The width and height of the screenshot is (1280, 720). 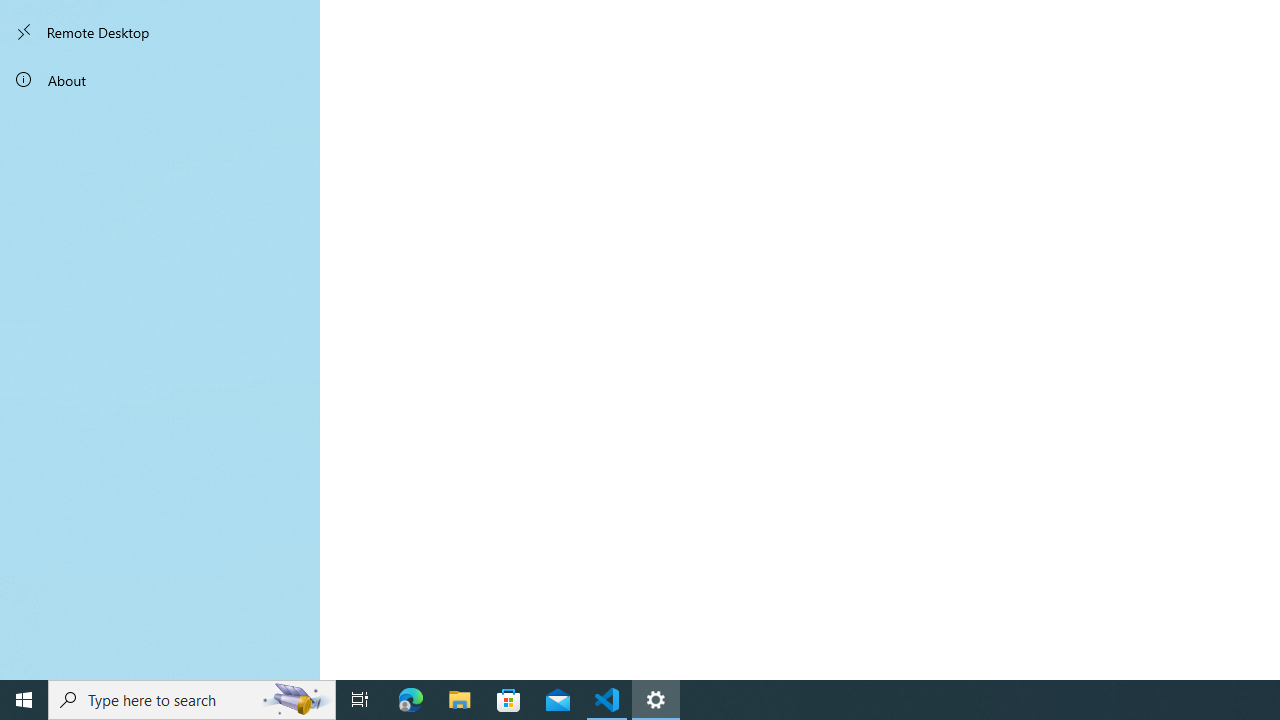 What do you see at coordinates (294, 698) in the screenshot?
I see `'Search highlights icon opens search home window'` at bounding box center [294, 698].